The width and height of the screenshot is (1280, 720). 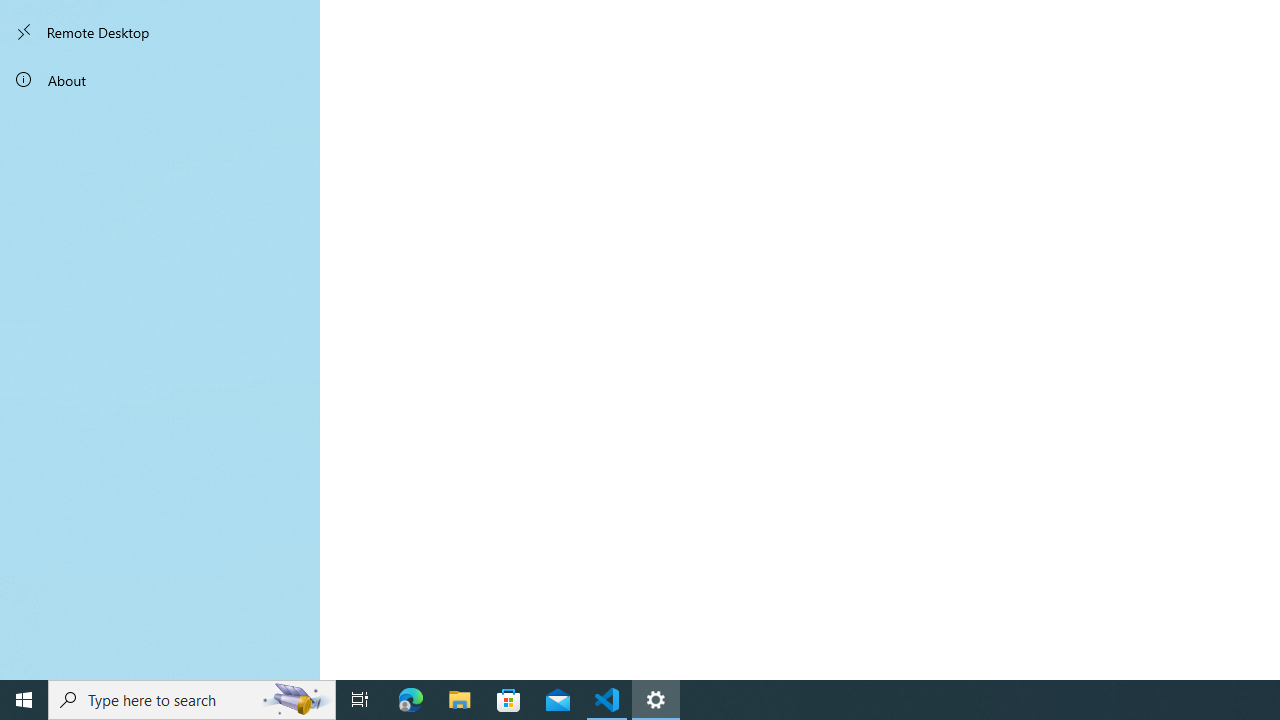 What do you see at coordinates (294, 698) in the screenshot?
I see `'Search highlights icon opens search home window'` at bounding box center [294, 698].